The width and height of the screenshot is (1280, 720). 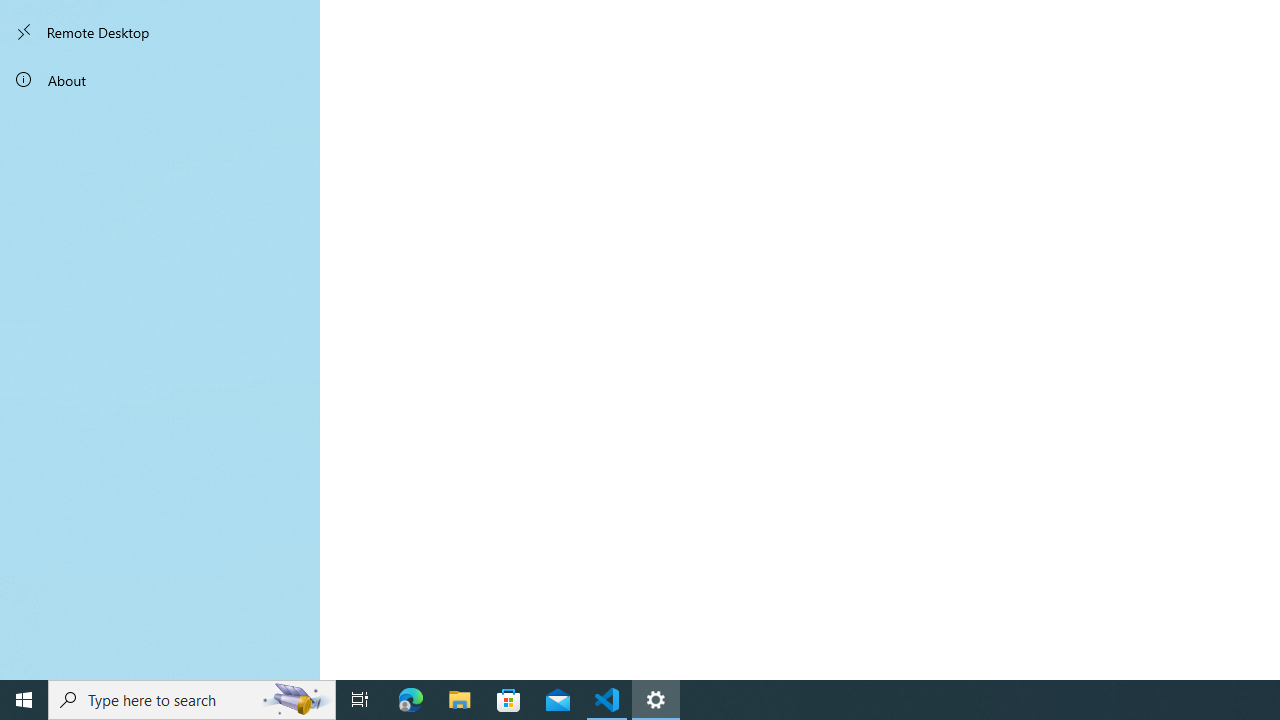 What do you see at coordinates (294, 698) in the screenshot?
I see `'Search highlights icon opens search home window'` at bounding box center [294, 698].